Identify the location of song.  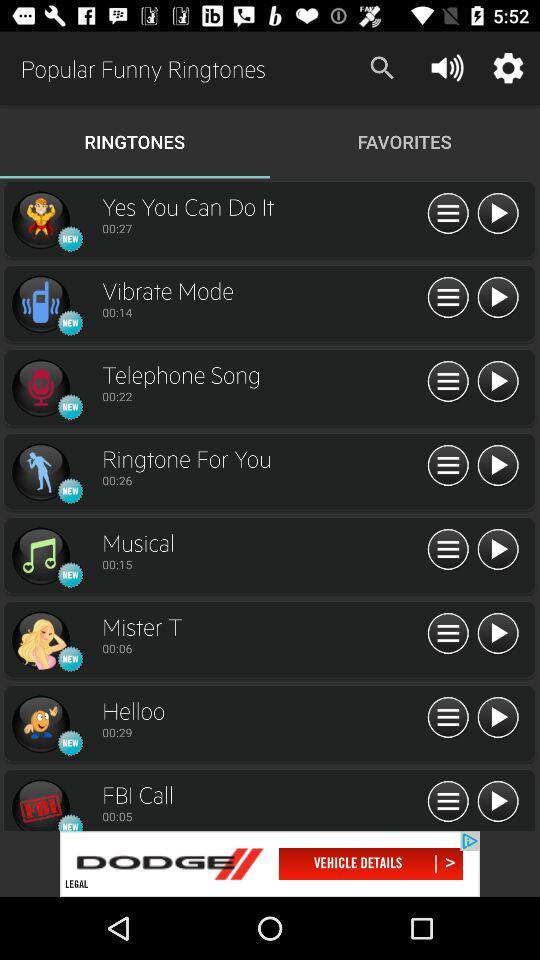
(496, 214).